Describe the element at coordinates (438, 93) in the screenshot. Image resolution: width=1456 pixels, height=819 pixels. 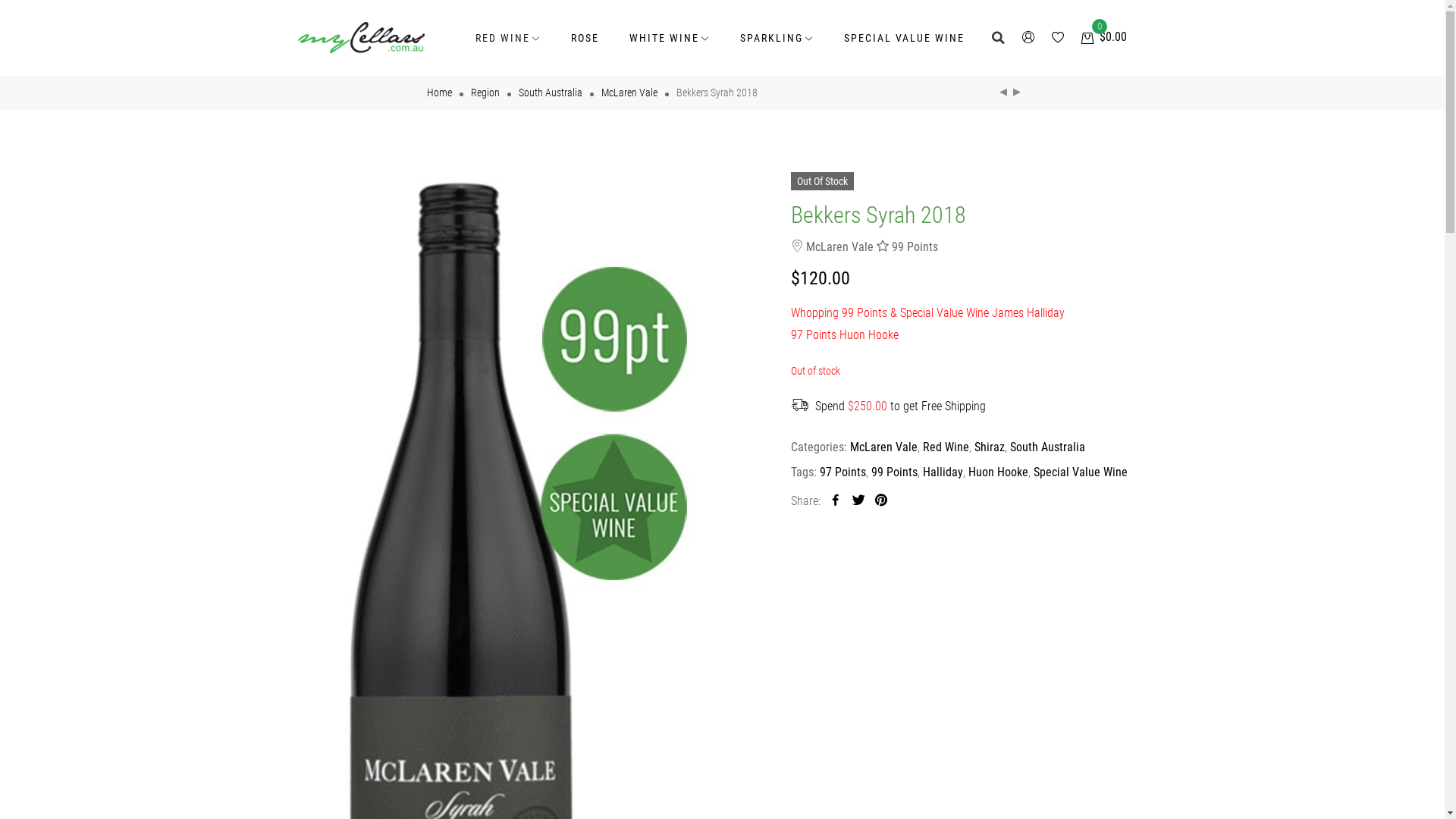
I see `'Home'` at that location.